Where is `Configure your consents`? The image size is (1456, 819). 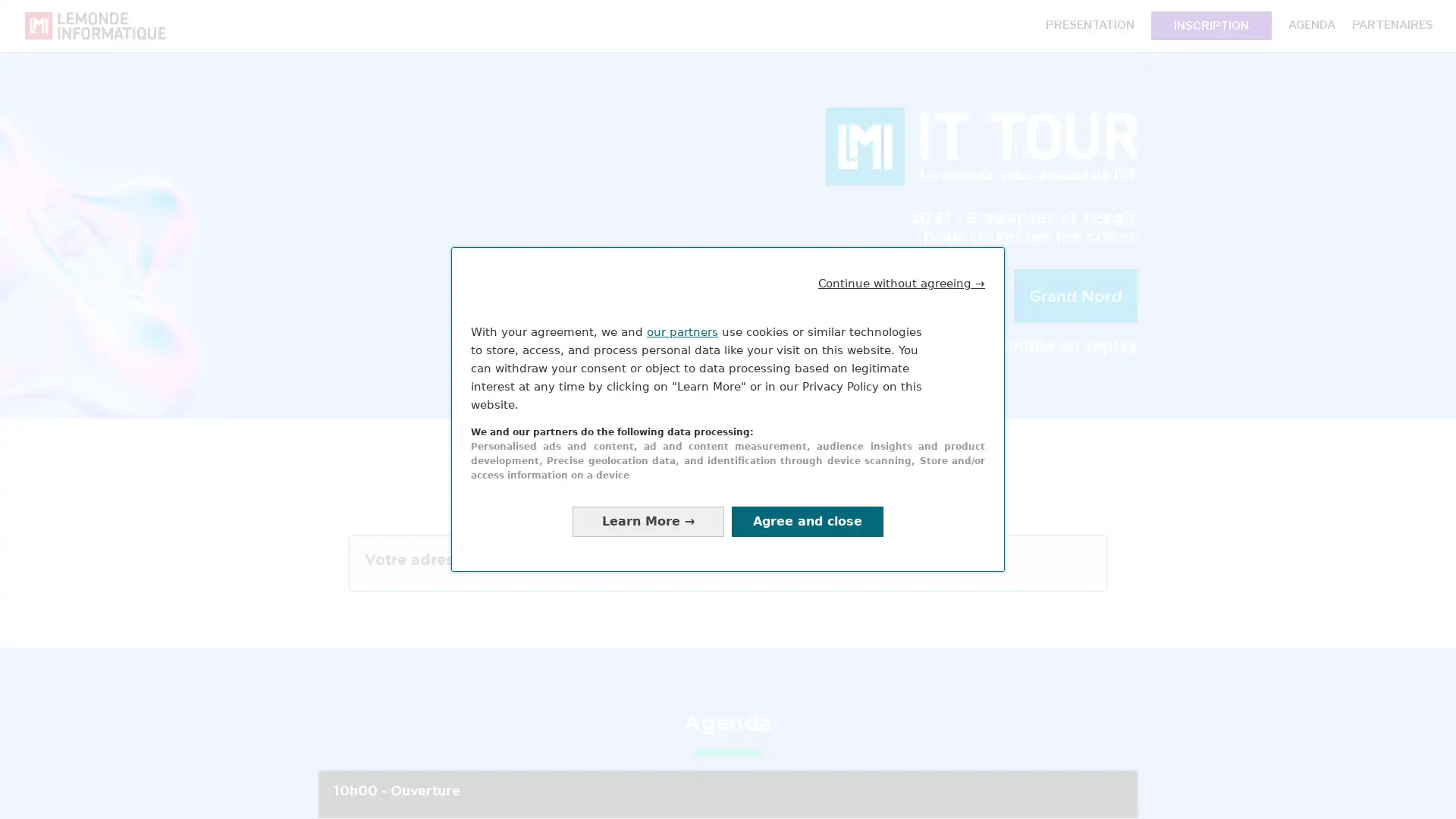 Configure your consents is located at coordinates (648, 520).